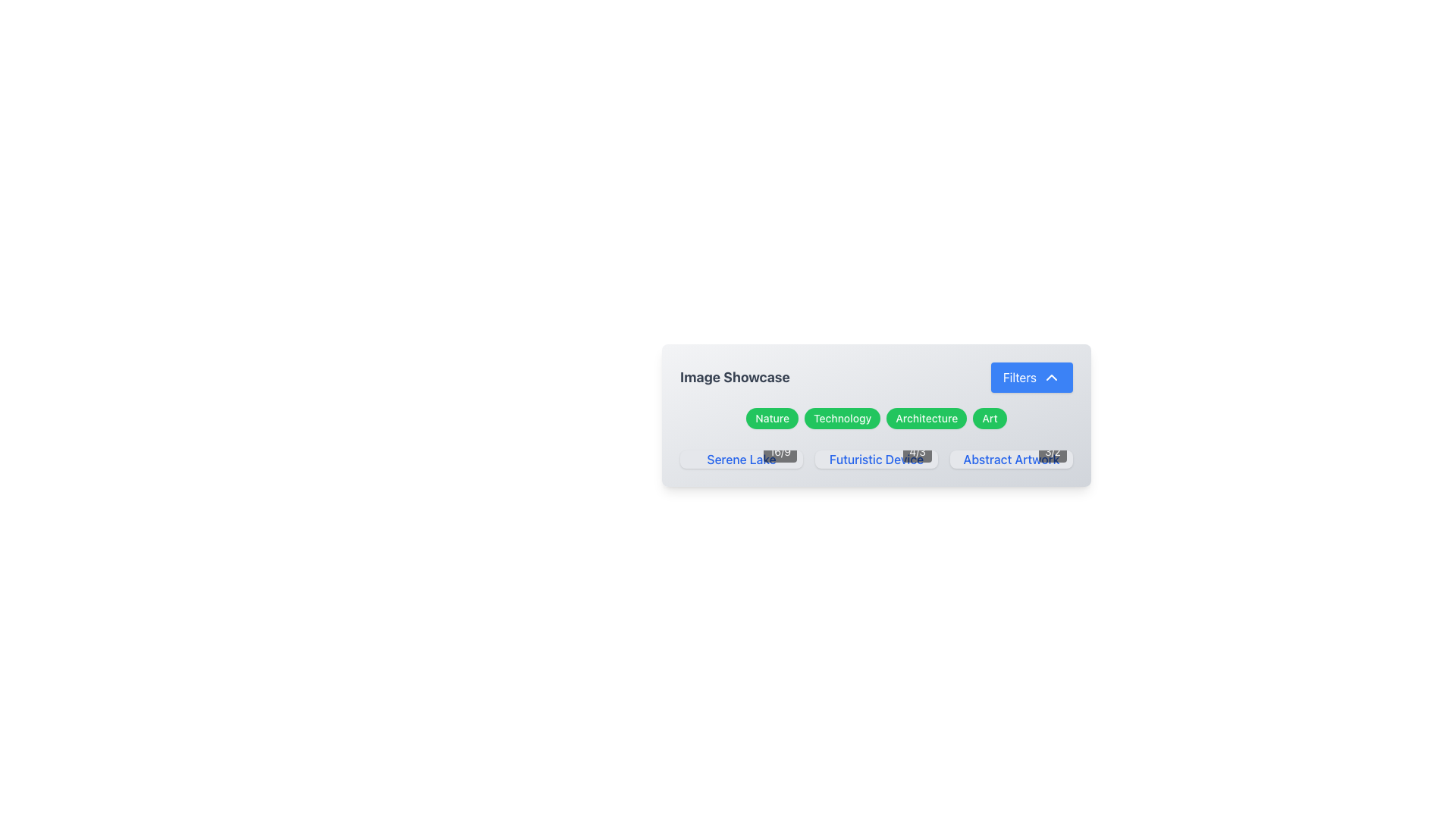  I want to click on the 'Technology' button, which is a horizontally-aligned button with a vibrant green background and white text, so click(877, 415).